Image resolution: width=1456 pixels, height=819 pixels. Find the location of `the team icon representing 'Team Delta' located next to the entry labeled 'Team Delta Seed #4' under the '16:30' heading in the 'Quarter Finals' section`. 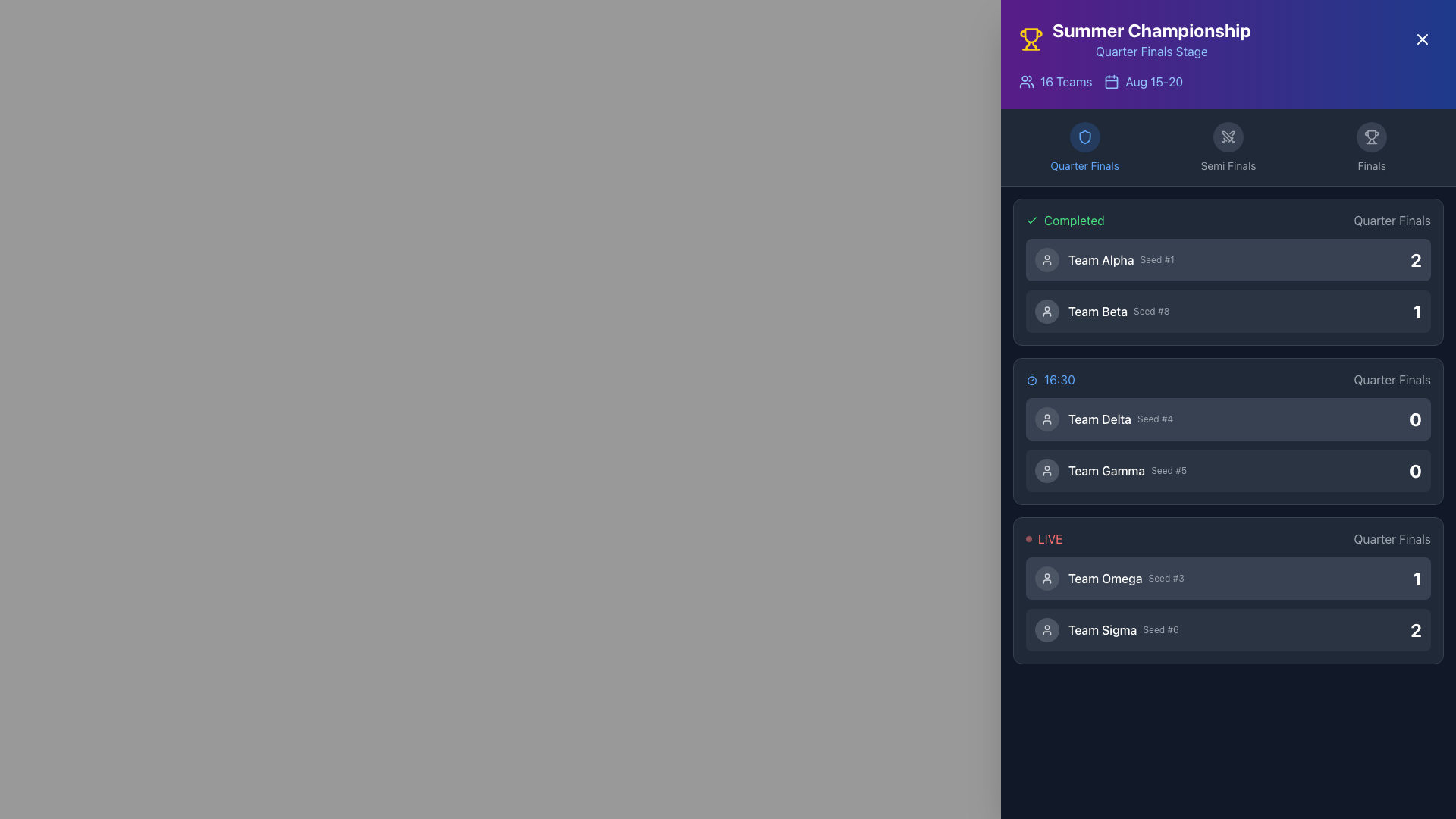

the team icon representing 'Team Delta' located next to the entry labeled 'Team Delta Seed #4' under the '16:30' heading in the 'Quarter Finals' section is located at coordinates (1046, 419).